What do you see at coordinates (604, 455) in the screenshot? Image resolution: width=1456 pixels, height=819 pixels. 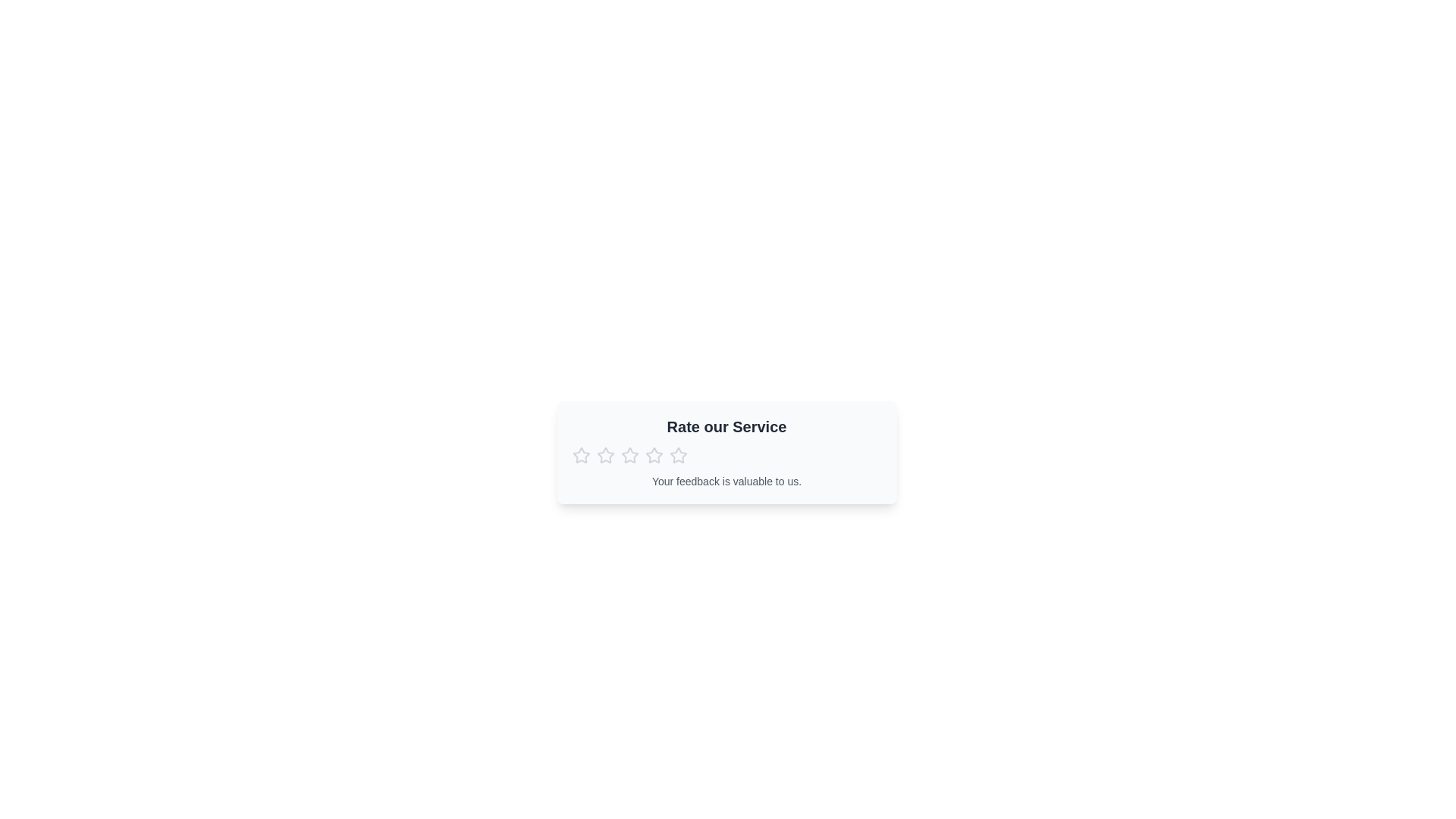 I see `the second star rating button located under the text 'Rate our Service'` at bounding box center [604, 455].